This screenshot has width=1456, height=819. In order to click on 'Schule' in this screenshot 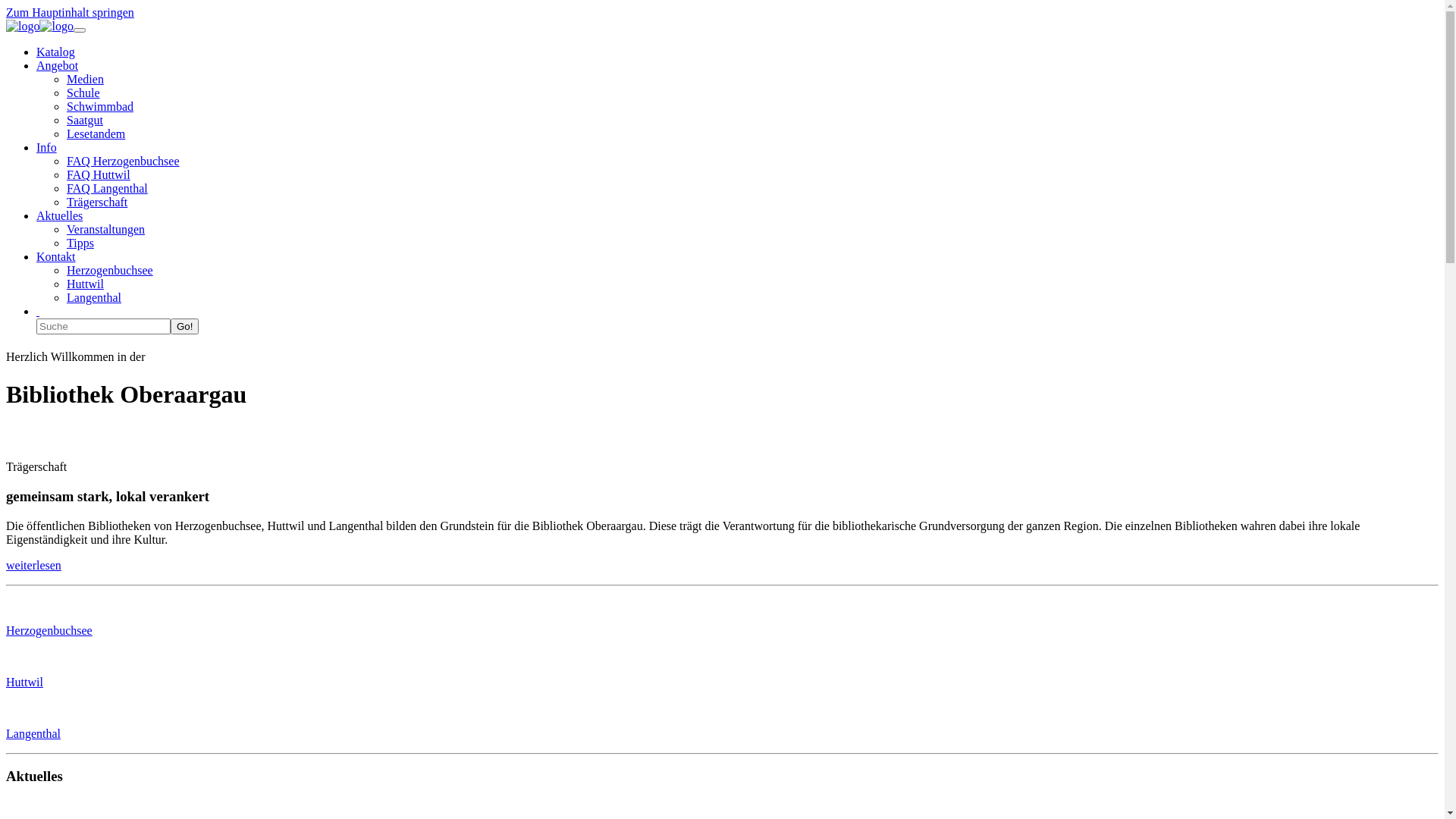, I will do `click(65, 93)`.